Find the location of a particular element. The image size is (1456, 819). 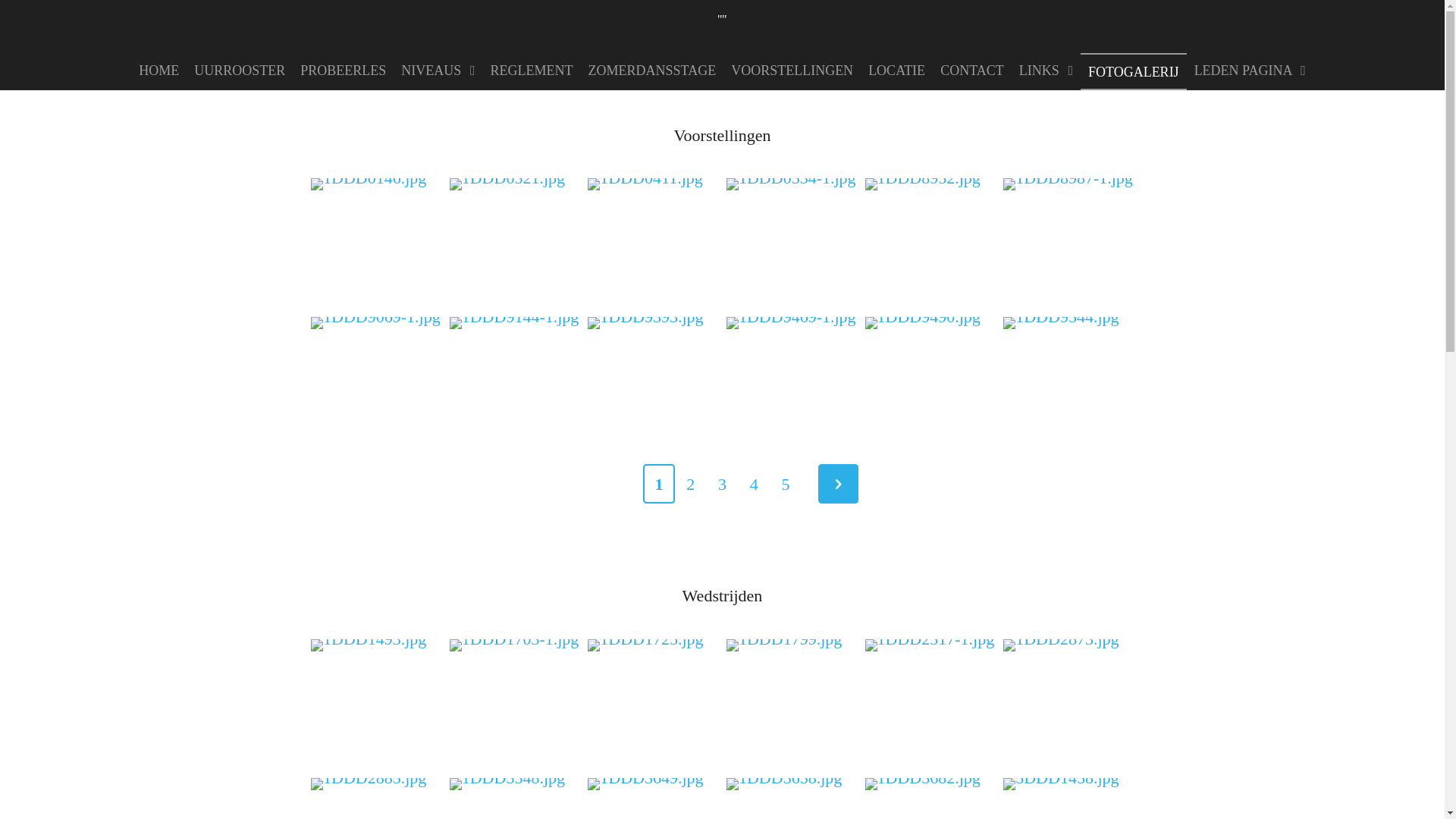

'ZOMERDANSSTAGE' is located at coordinates (580, 70).